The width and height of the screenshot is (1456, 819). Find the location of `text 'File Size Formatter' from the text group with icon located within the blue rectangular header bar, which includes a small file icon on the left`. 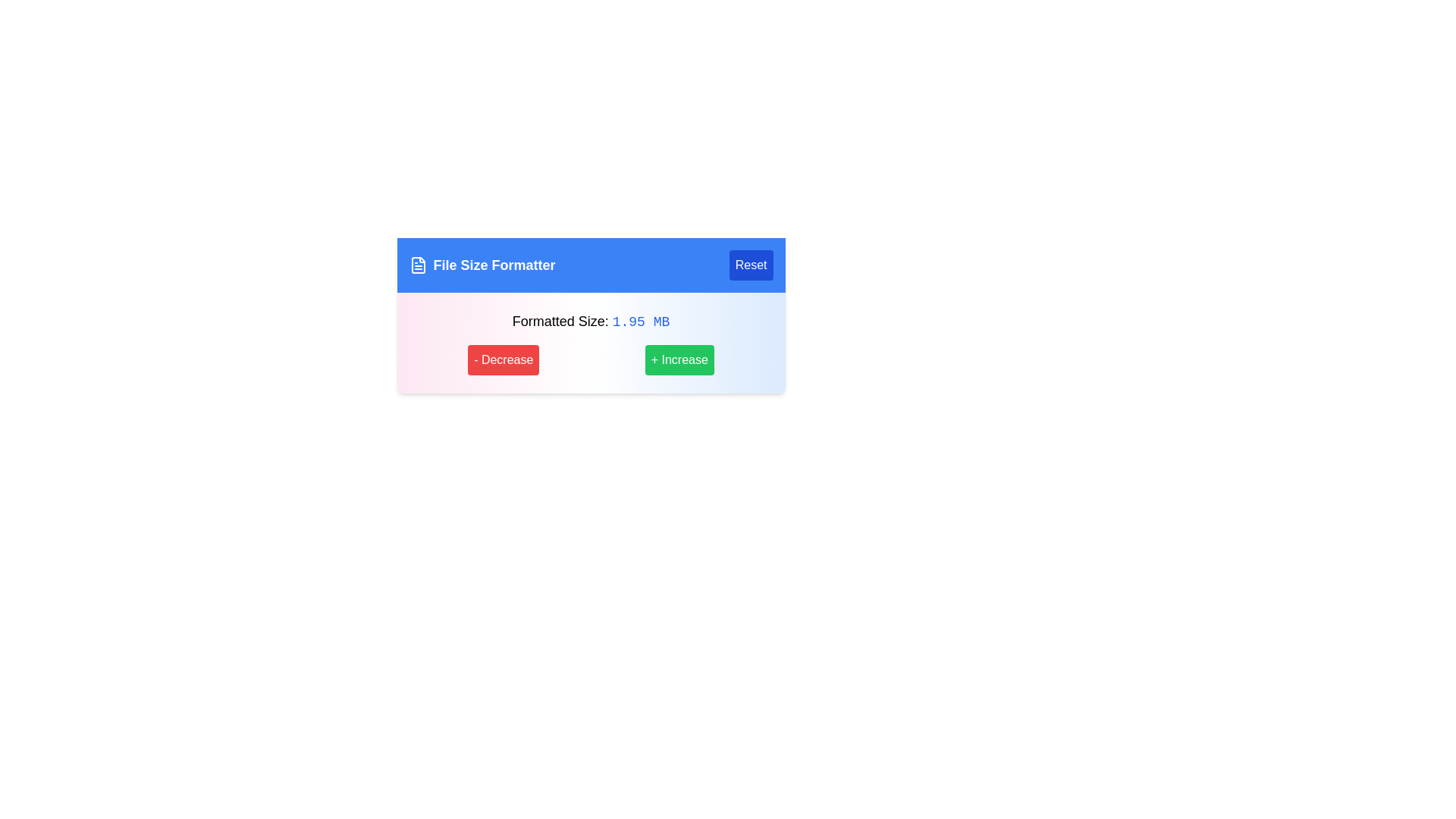

text 'File Size Formatter' from the text group with icon located within the blue rectangular header bar, which includes a small file icon on the left is located at coordinates (482, 265).